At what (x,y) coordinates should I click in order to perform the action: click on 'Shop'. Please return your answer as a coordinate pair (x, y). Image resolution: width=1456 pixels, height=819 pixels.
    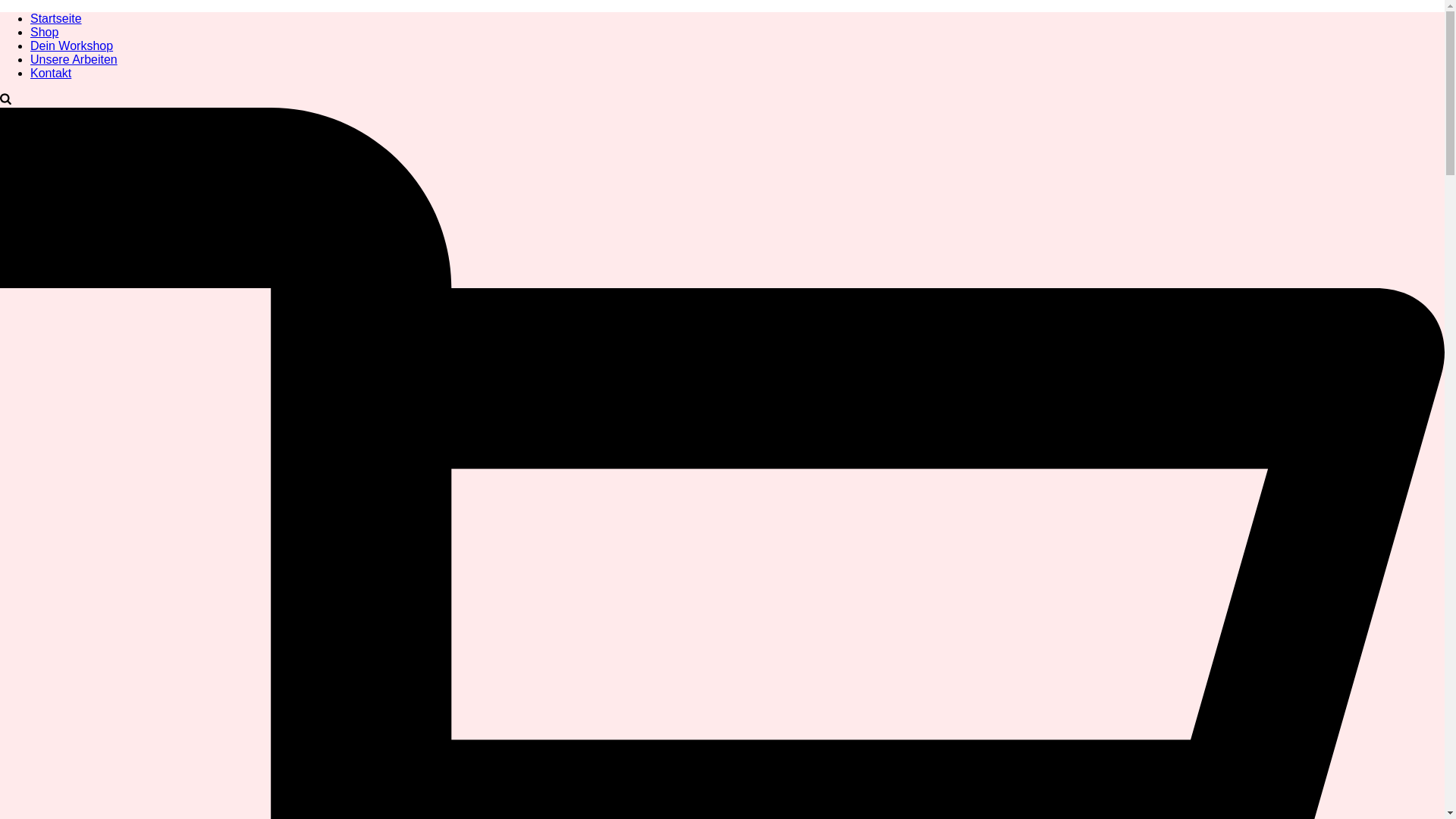
    Looking at the image, I should click on (44, 32).